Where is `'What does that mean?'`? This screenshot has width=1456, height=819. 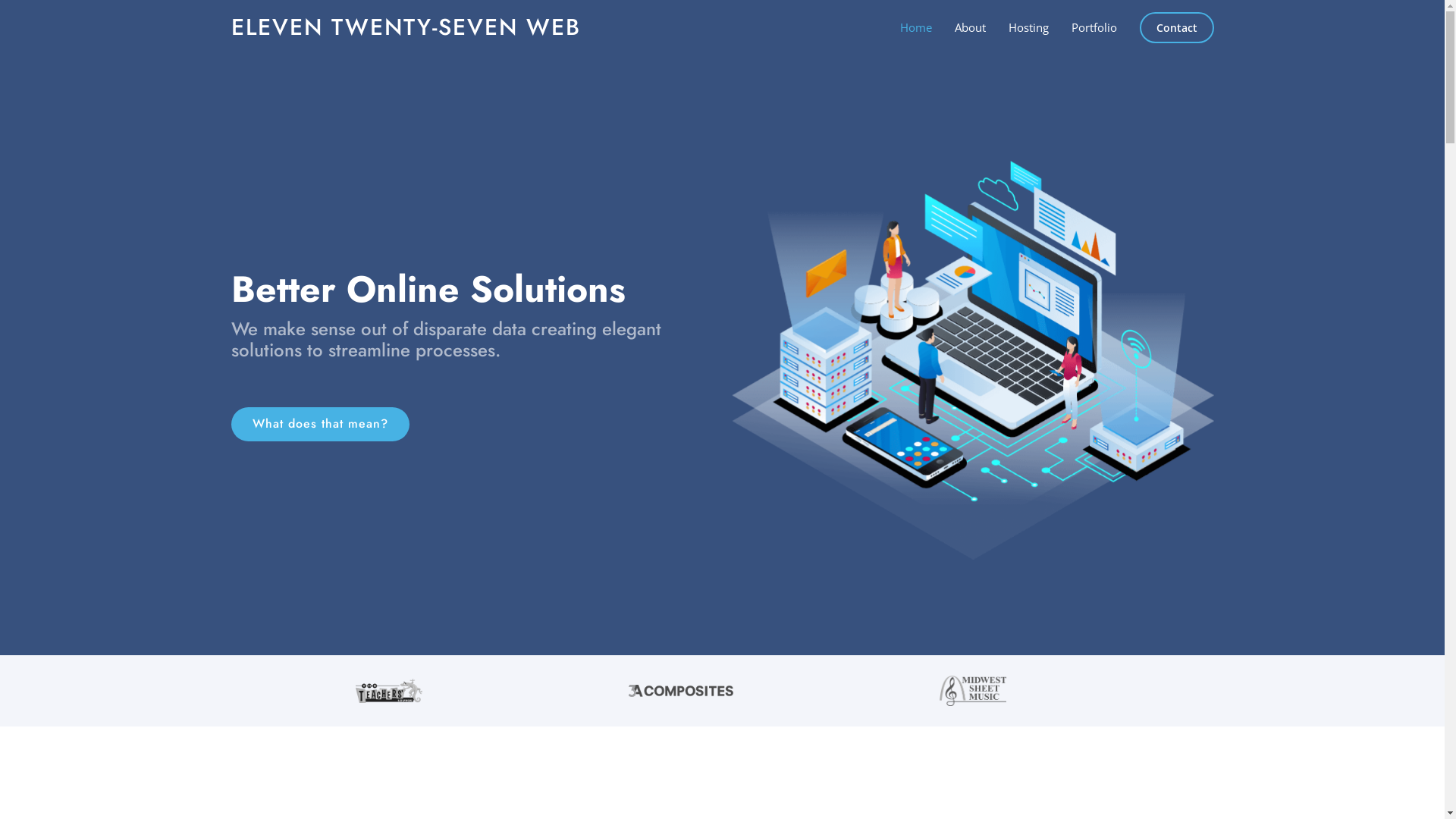 'What does that mean?' is located at coordinates (229, 424).